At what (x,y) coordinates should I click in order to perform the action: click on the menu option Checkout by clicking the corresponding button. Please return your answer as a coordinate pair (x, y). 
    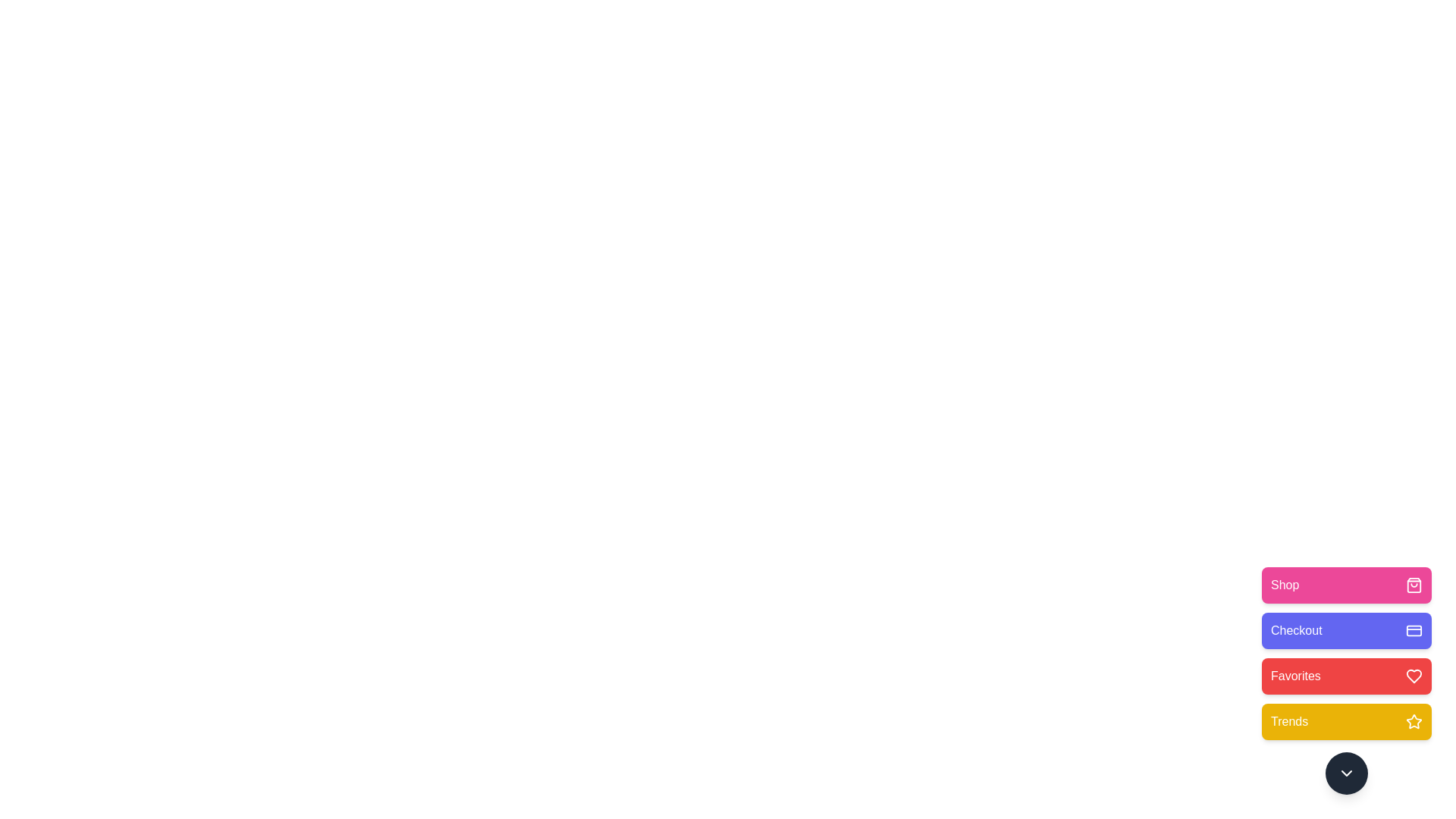
    Looking at the image, I should click on (1347, 631).